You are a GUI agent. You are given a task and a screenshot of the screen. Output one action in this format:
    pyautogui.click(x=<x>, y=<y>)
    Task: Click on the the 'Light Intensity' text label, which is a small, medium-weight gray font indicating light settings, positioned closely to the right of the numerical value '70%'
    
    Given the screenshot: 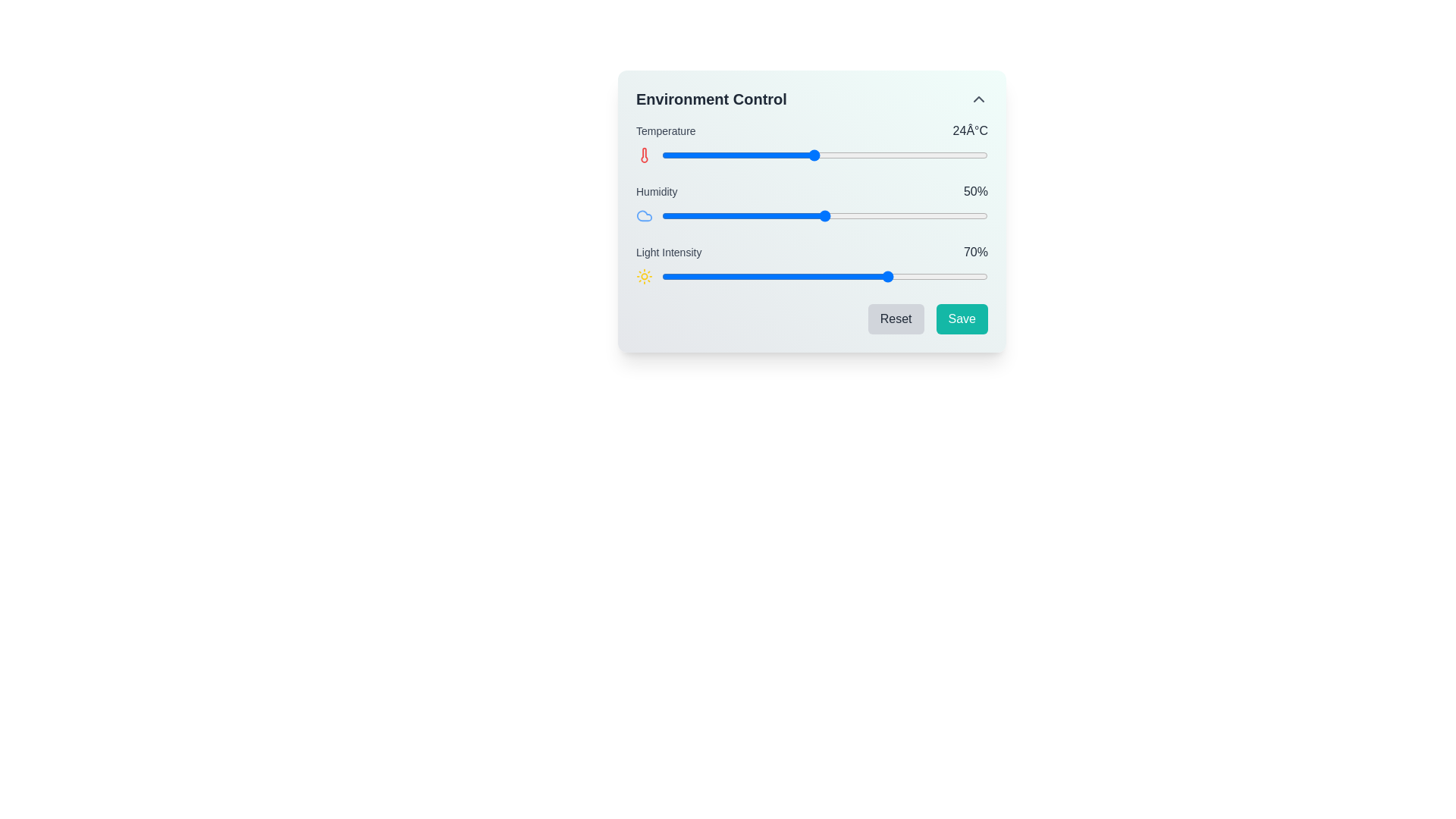 What is the action you would take?
    pyautogui.click(x=668, y=251)
    